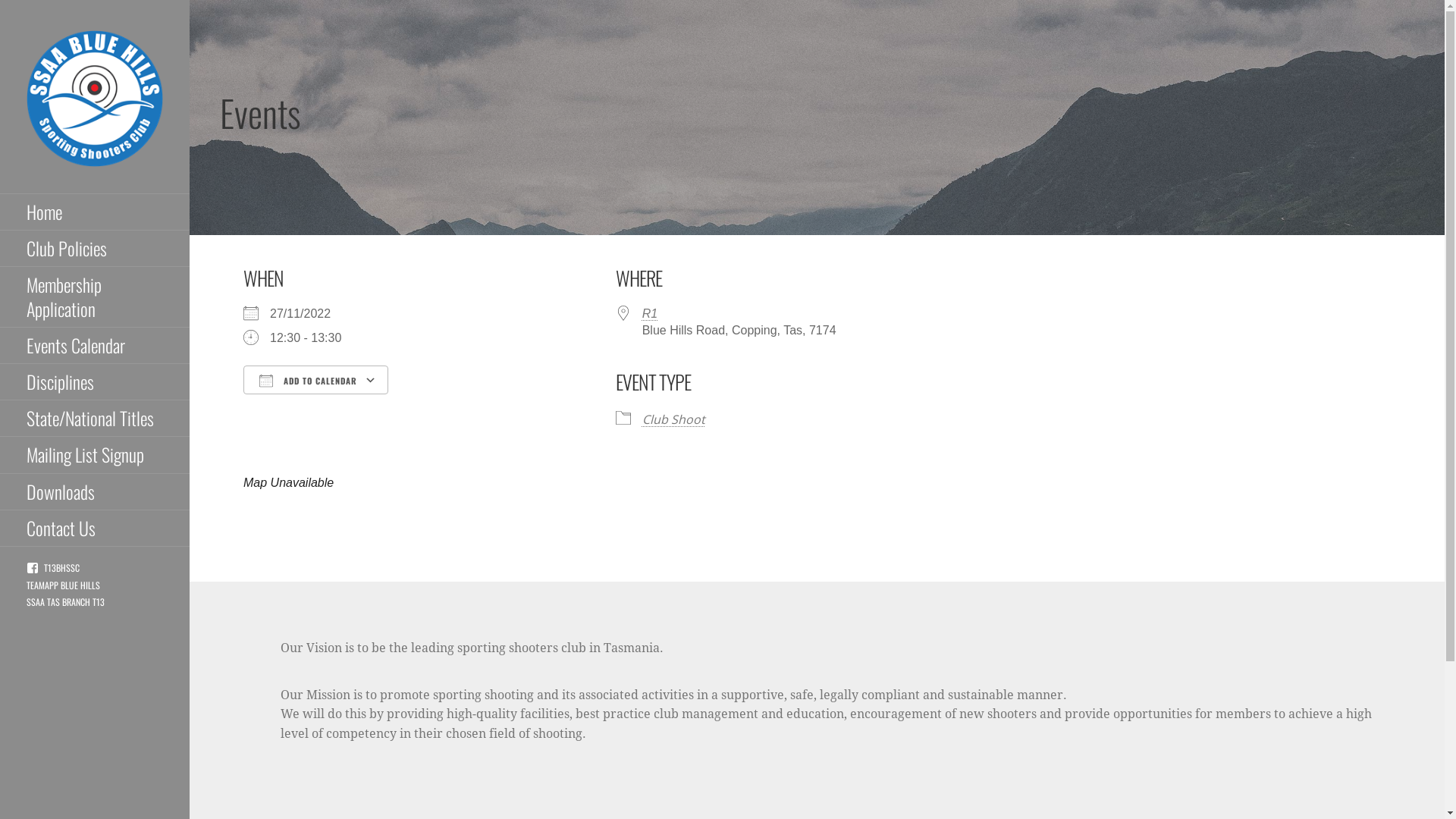  What do you see at coordinates (93, 418) in the screenshot?
I see `'State/National Titles'` at bounding box center [93, 418].